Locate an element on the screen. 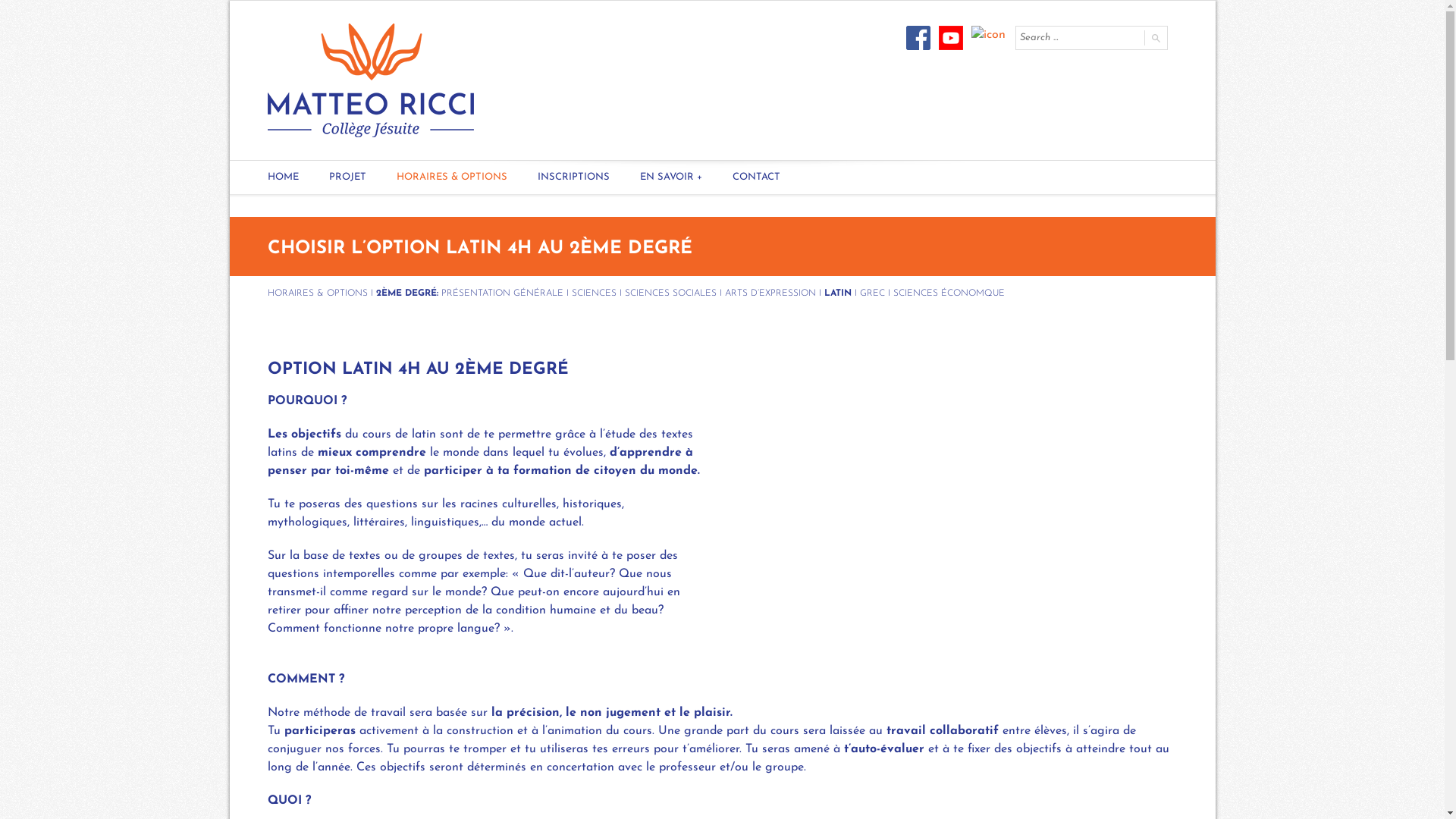  'HORAIRES & OPTIONS' is located at coordinates (450, 177).